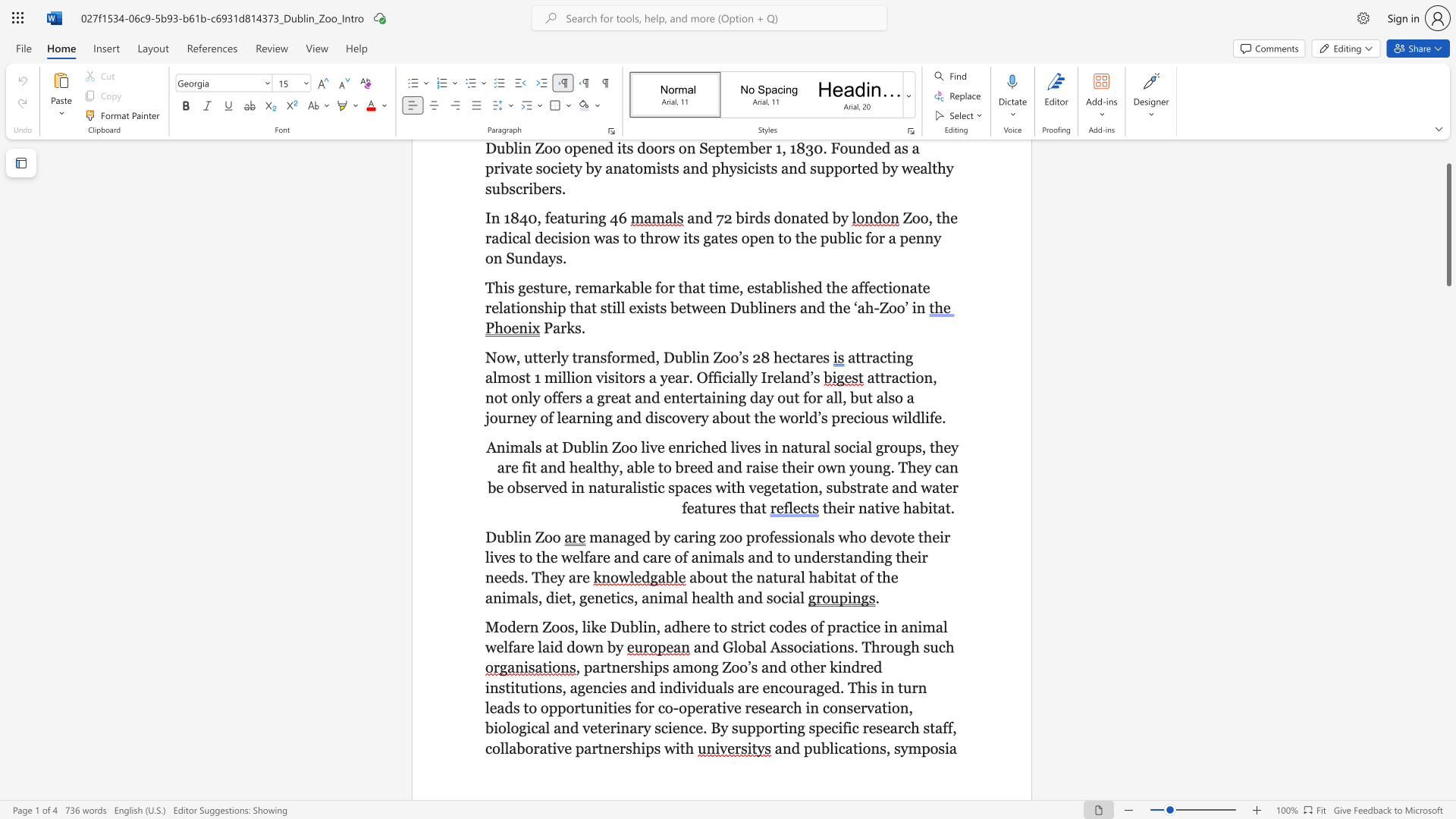 The height and width of the screenshot is (819, 1456). What do you see at coordinates (522, 418) in the screenshot?
I see `the subset text "ey of learning and discovery about the world’s p" within the text "a great and entertaining day out for all, but also a journey of learning and discovery about the world’s precious wildlife"` at bounding box center [522, 418].